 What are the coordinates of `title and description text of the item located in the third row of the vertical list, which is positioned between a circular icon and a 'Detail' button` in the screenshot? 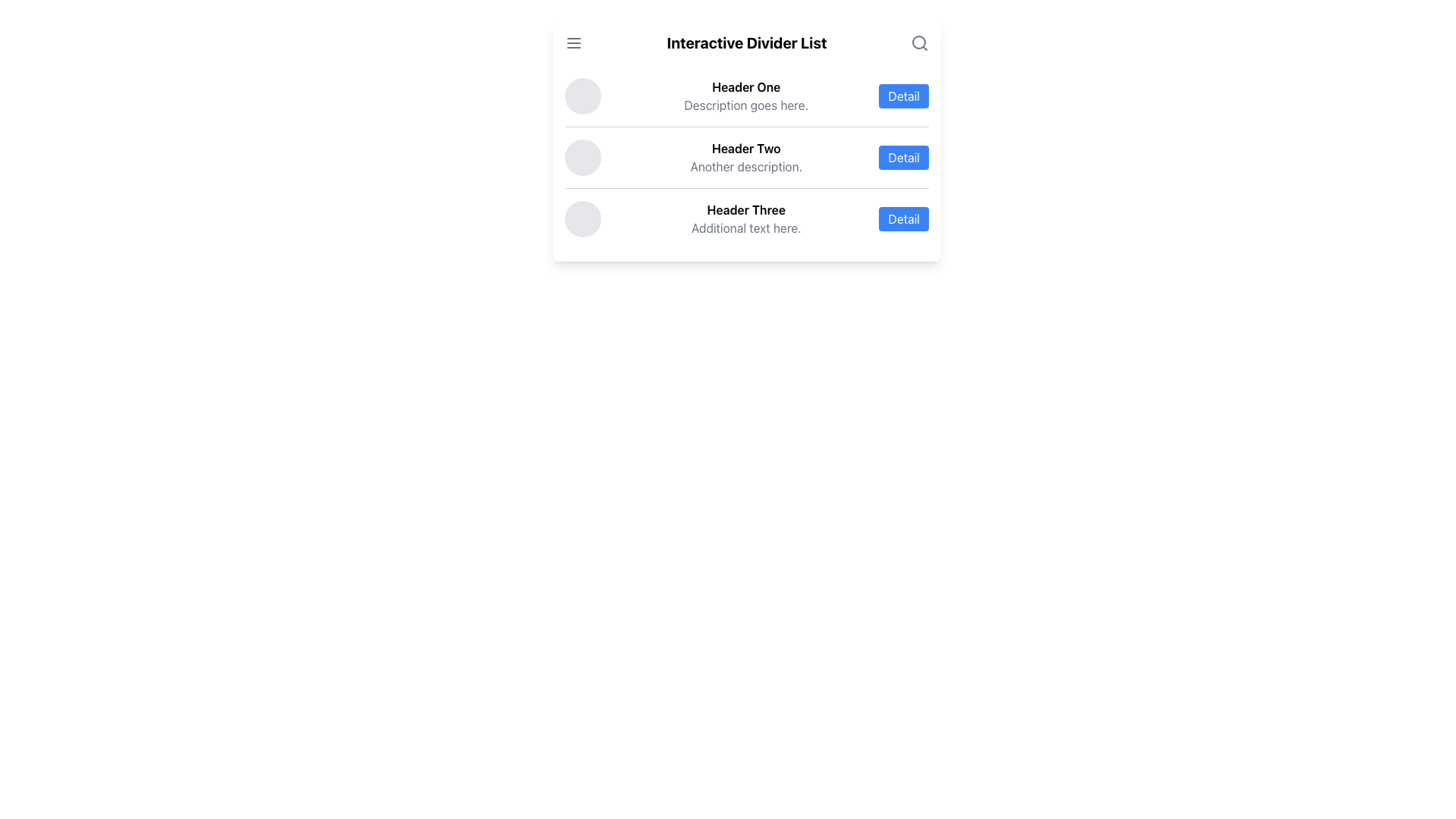 It's located at (746, 219).